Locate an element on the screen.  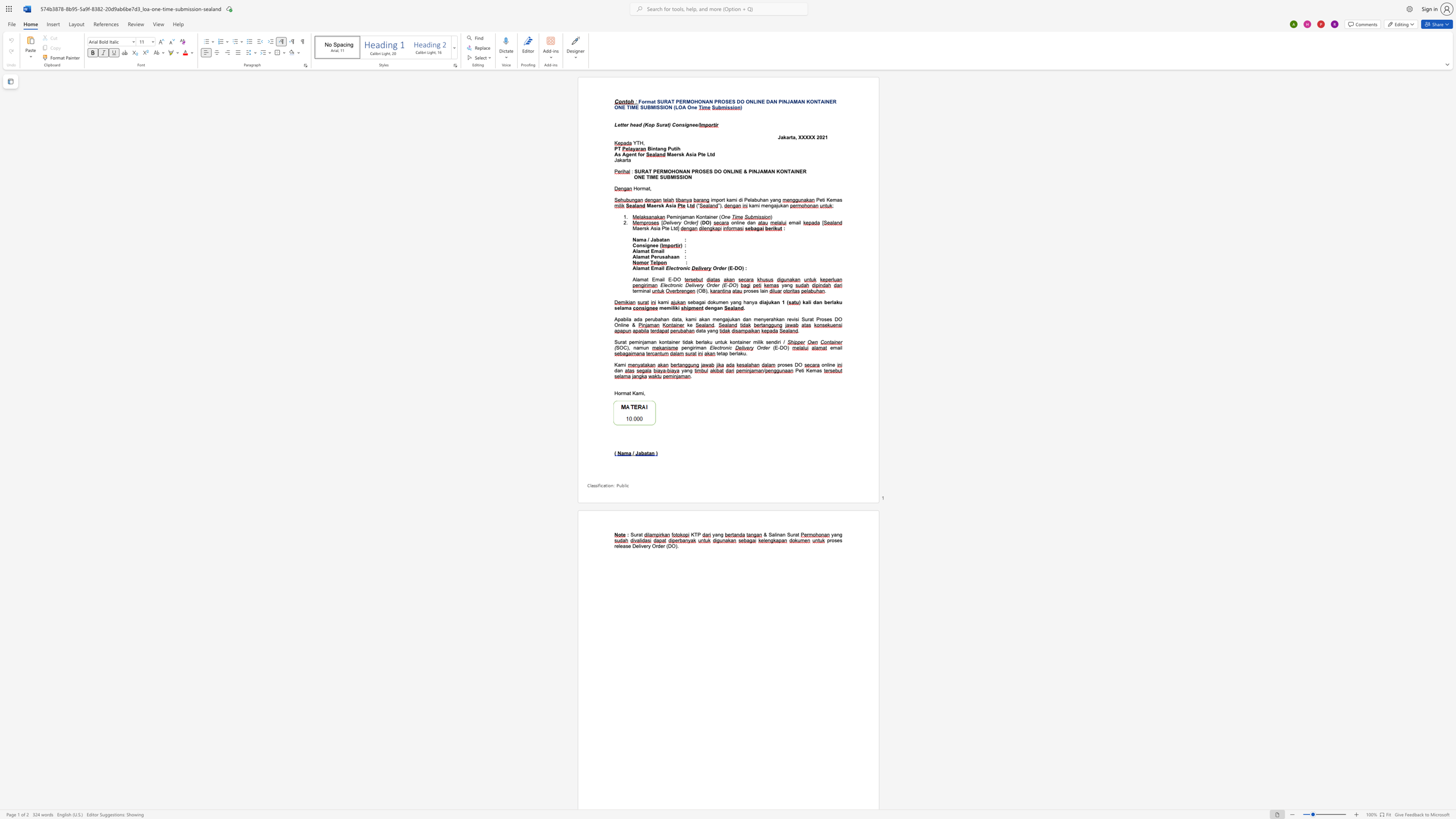
the subset text "AN KO" within the text "SURAT PERMOHONAN PROSES DO ONLINE DAN PINJAMAN KONTAINER" is located at coordinates (798, 102).